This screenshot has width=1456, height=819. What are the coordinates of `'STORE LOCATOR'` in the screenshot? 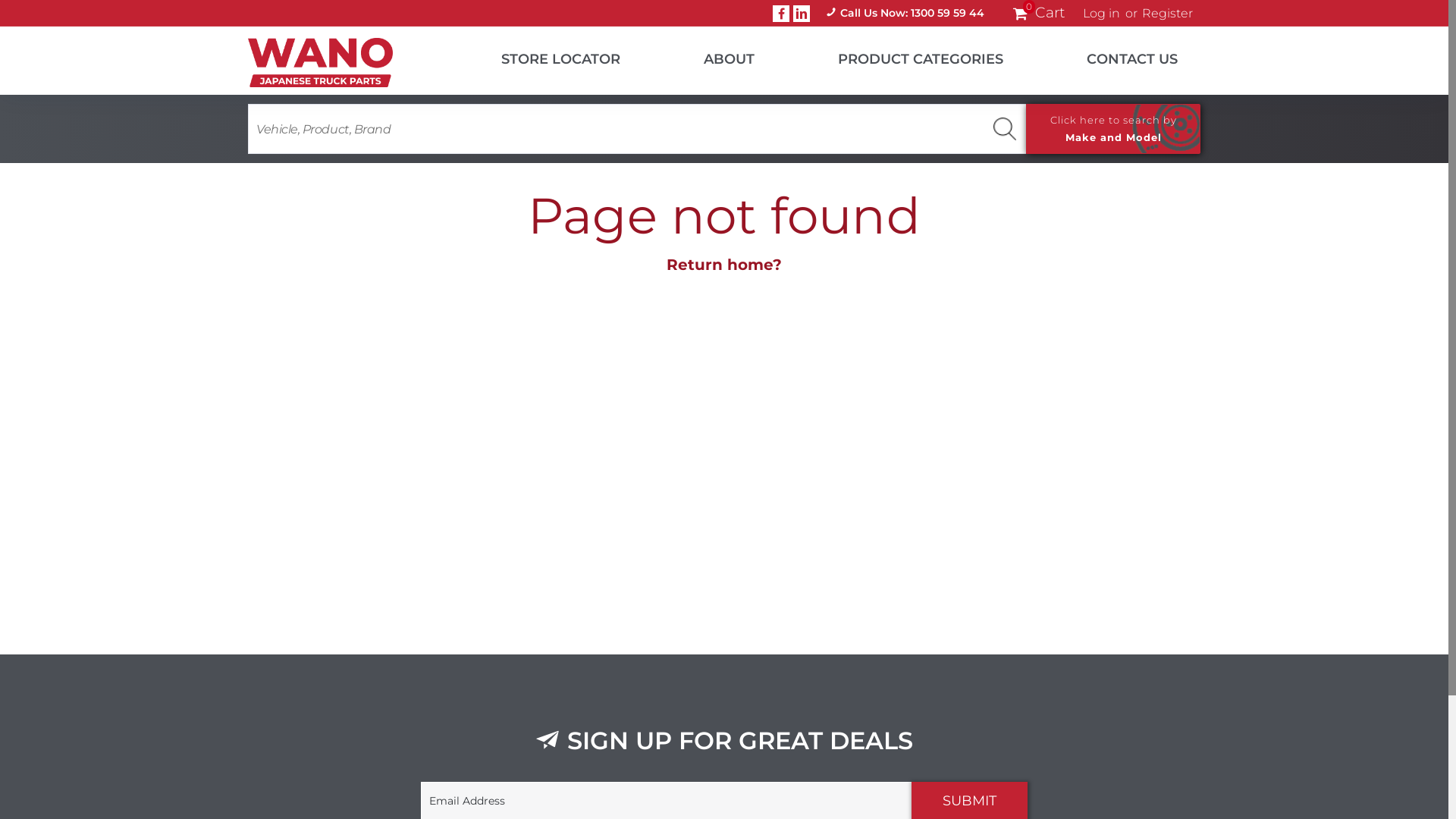 It's located at (541, 55).